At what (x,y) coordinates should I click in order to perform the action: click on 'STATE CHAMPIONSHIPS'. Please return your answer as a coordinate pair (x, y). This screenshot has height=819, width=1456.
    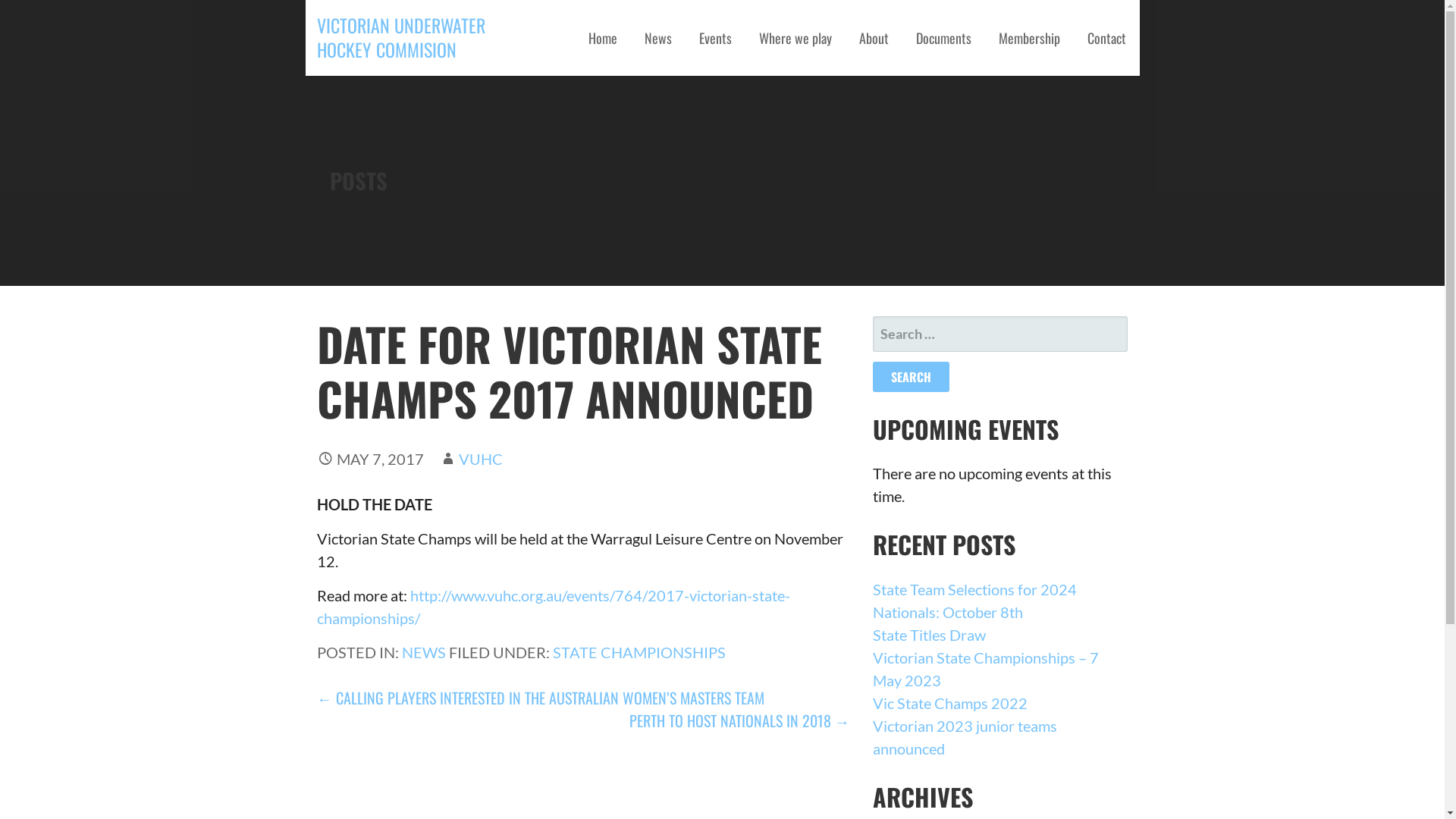
    Looking at the image, I should click on (639, 651).